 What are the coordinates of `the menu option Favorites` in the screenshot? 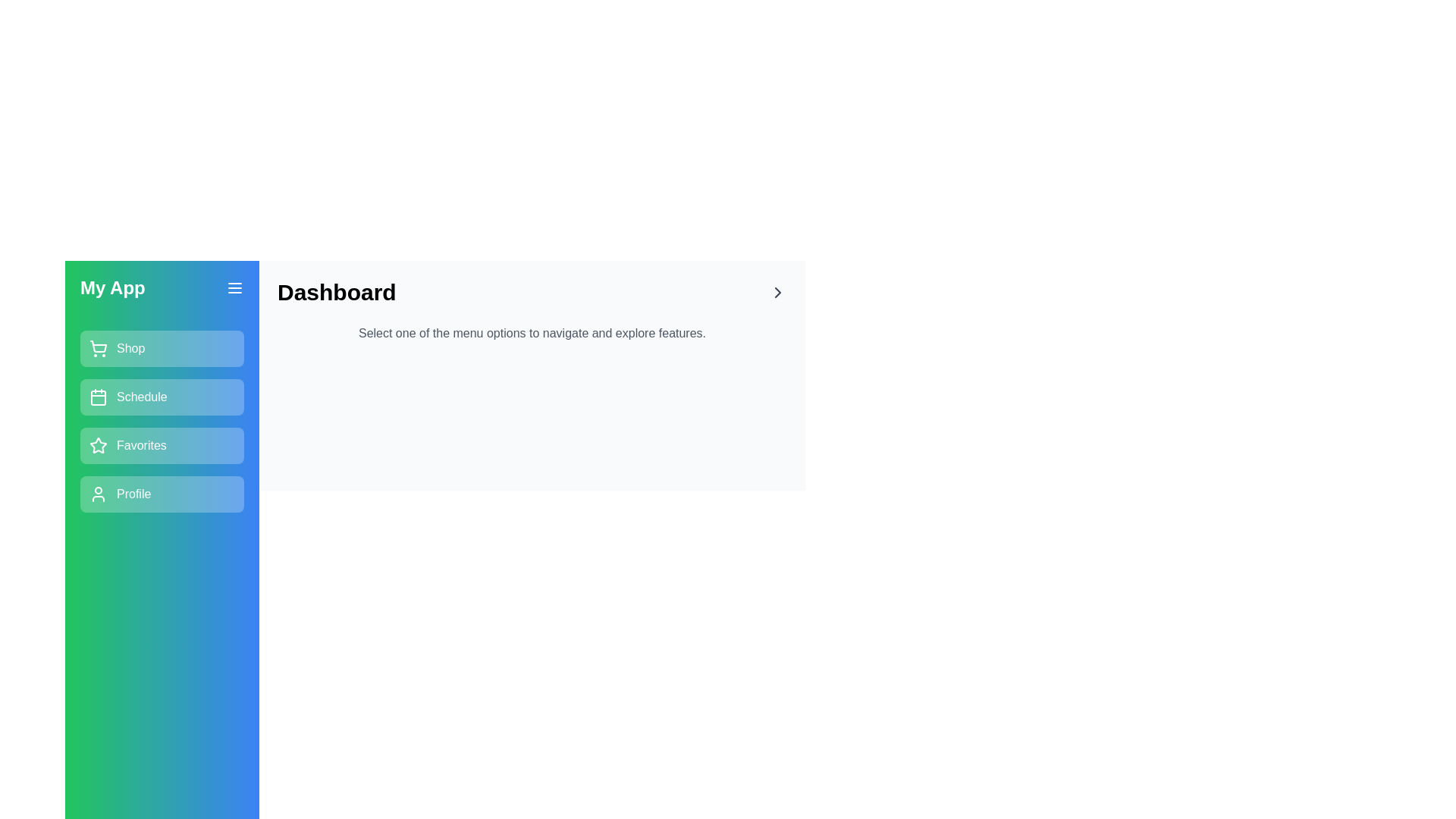 It's located at (162, 444).